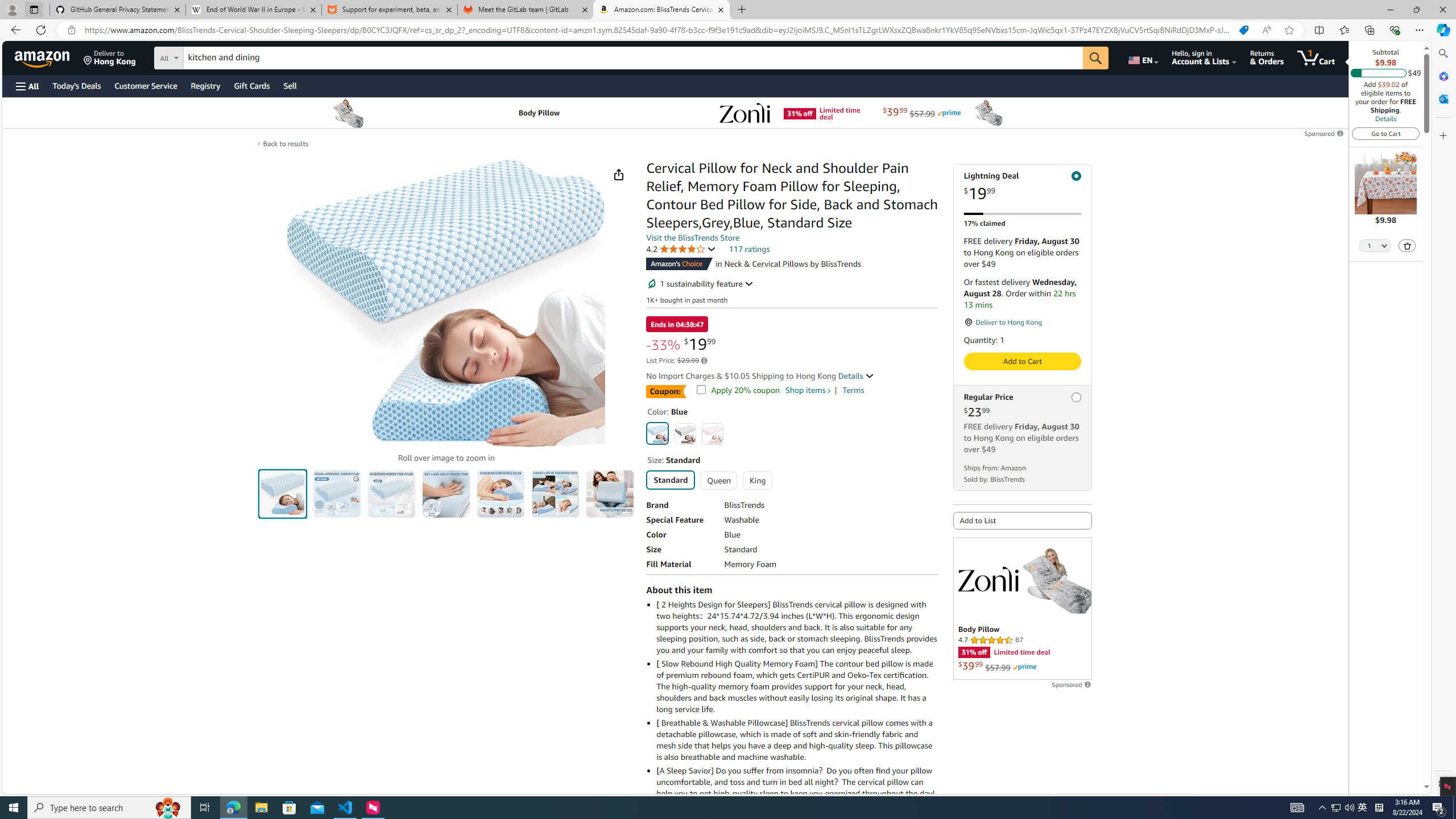  Describe the element at coordinates (658, 433) in the screenshot. I see `'Blue'` at that location.